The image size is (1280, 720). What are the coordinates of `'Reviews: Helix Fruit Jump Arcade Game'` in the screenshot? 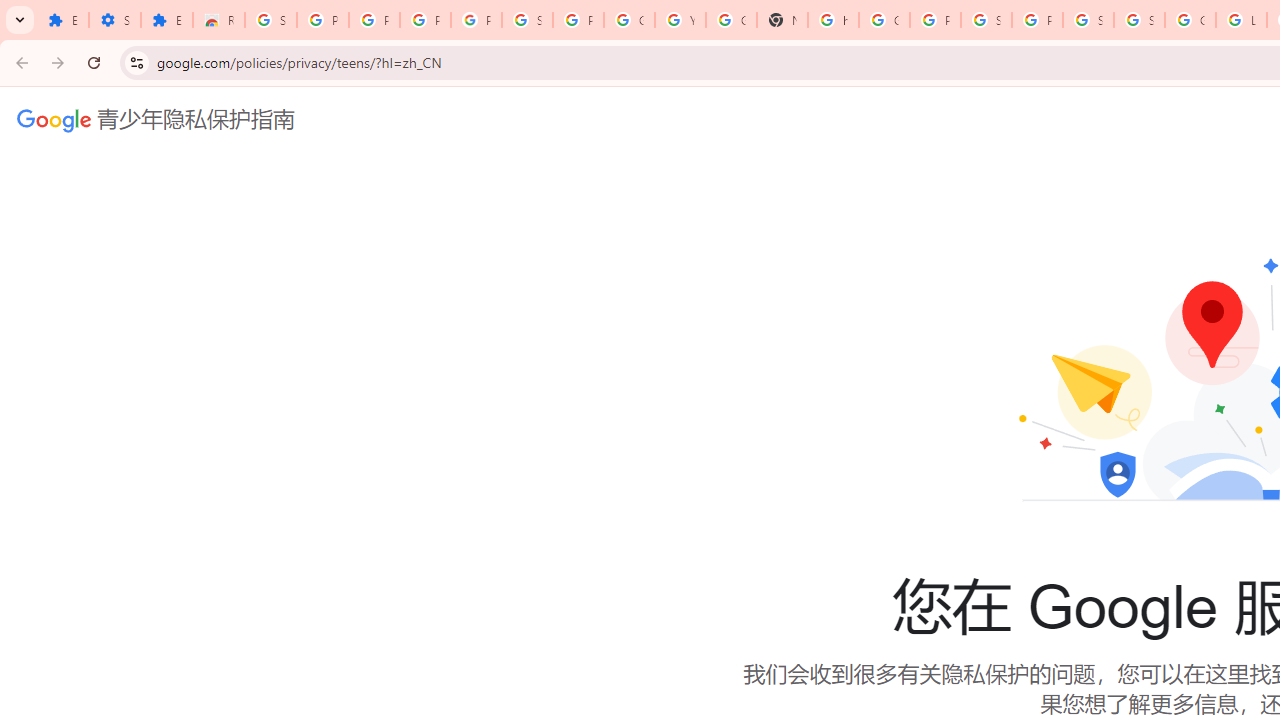 It's located at (218, 20).